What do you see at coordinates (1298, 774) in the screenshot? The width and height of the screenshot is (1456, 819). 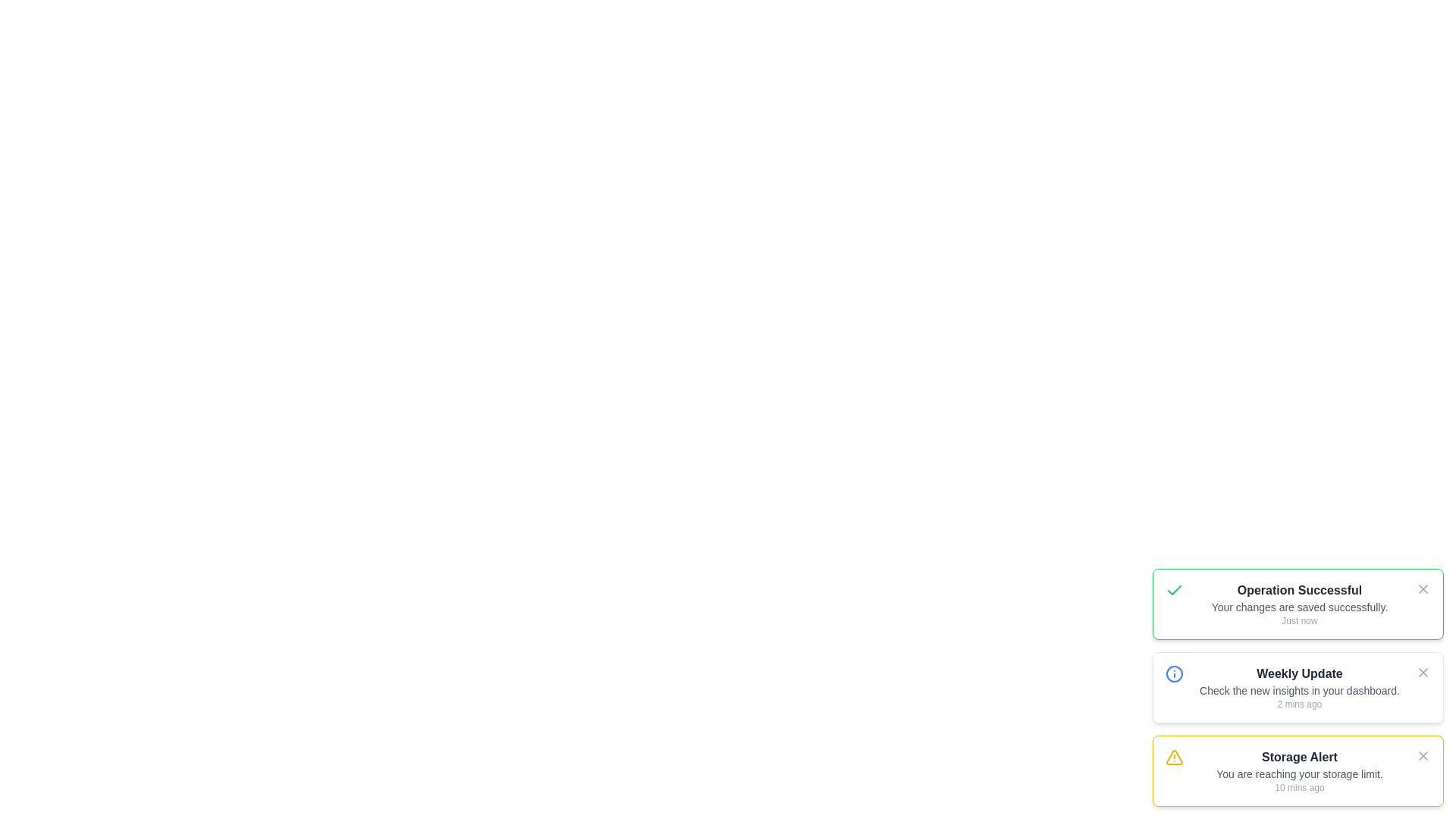 I see `the warning message text label that informs the user about reaching their storage limit, which is centrally aligned within the notification box` at bounding box center [1298, 774].